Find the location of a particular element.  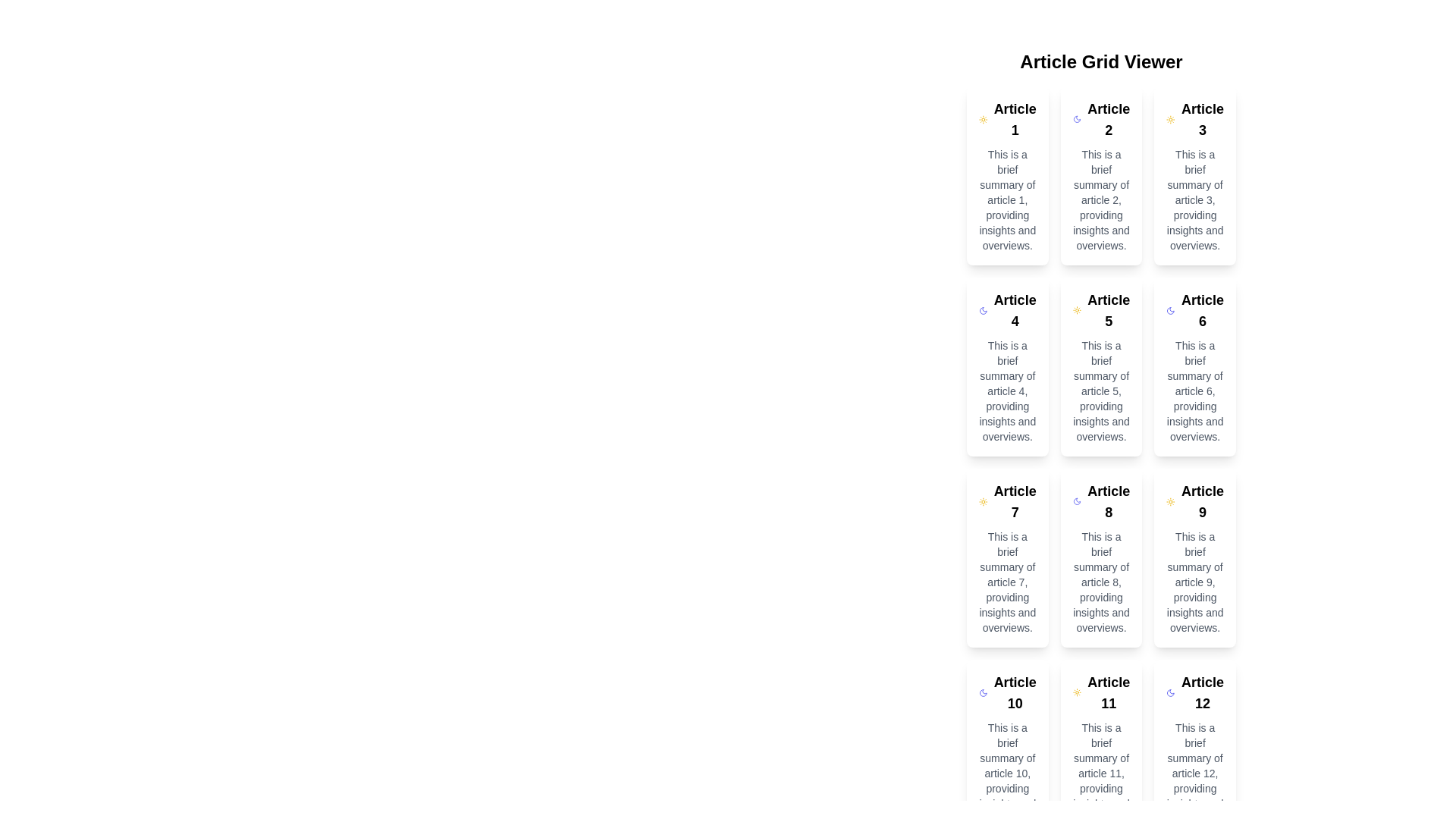

text of the Text Header displaying 'Article 1', which is styled in bold font and located in the first cell of the article grid is located at coordinates (1015, 119).